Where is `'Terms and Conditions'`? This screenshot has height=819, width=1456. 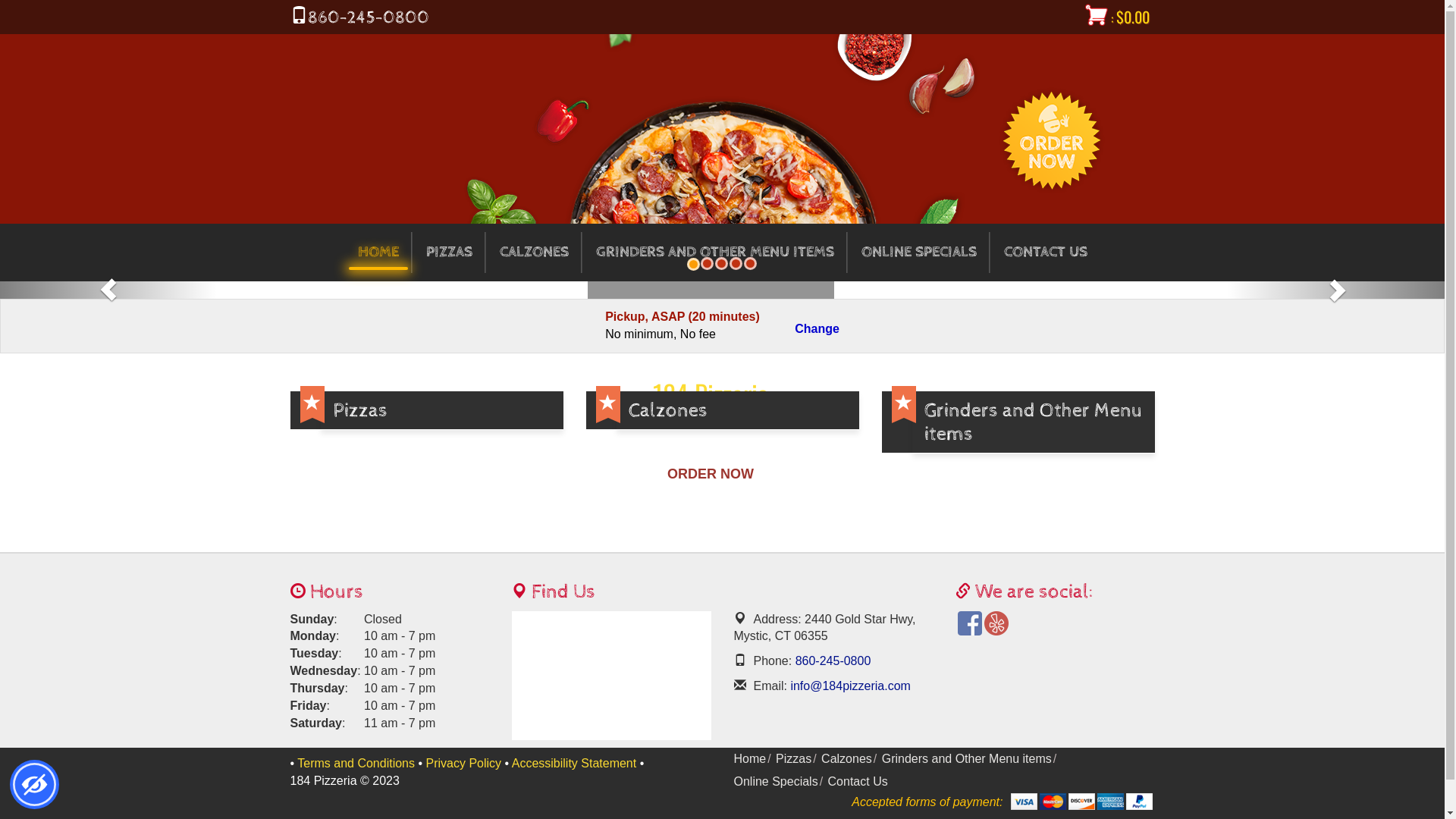 'Terms and Conditions' is located at coordinates (355, 763).